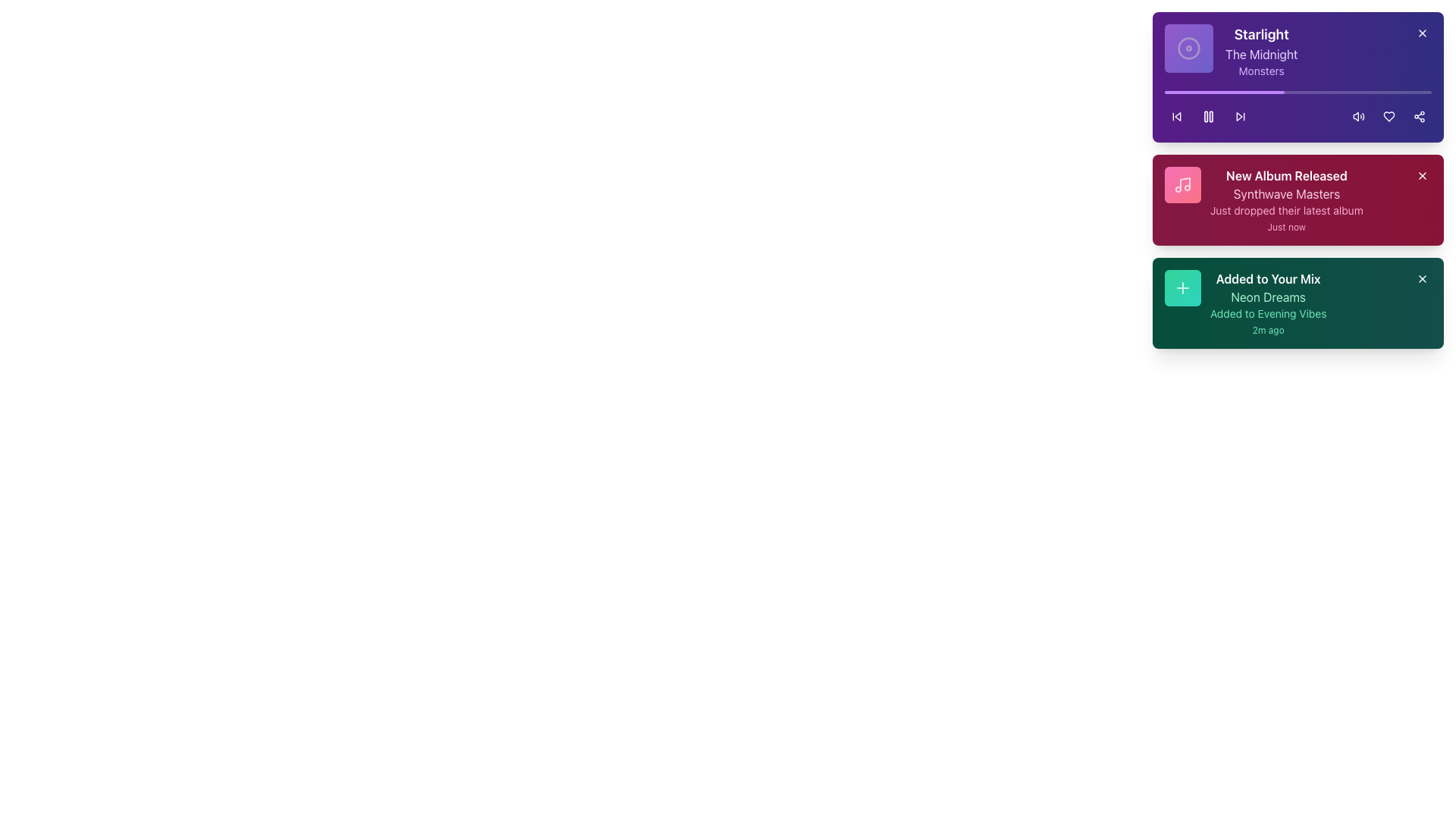  I want to click on the circular SVG icon with a smaller filled circle inside, located in the top notification card titled 'Starlight', so click(1188, 48).